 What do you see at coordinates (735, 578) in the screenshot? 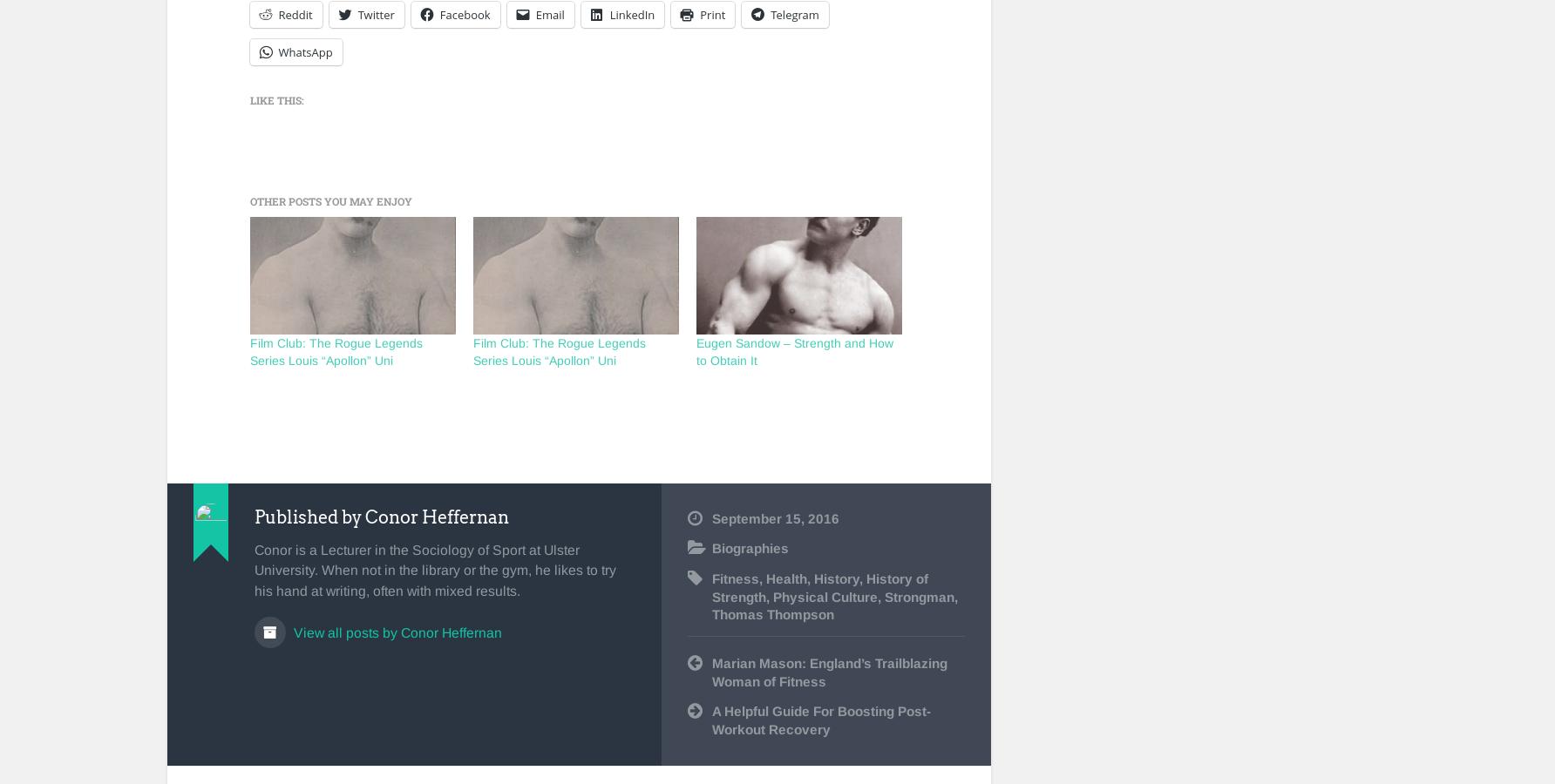
I see `'Fitness'` at bounding box center [735, 578].